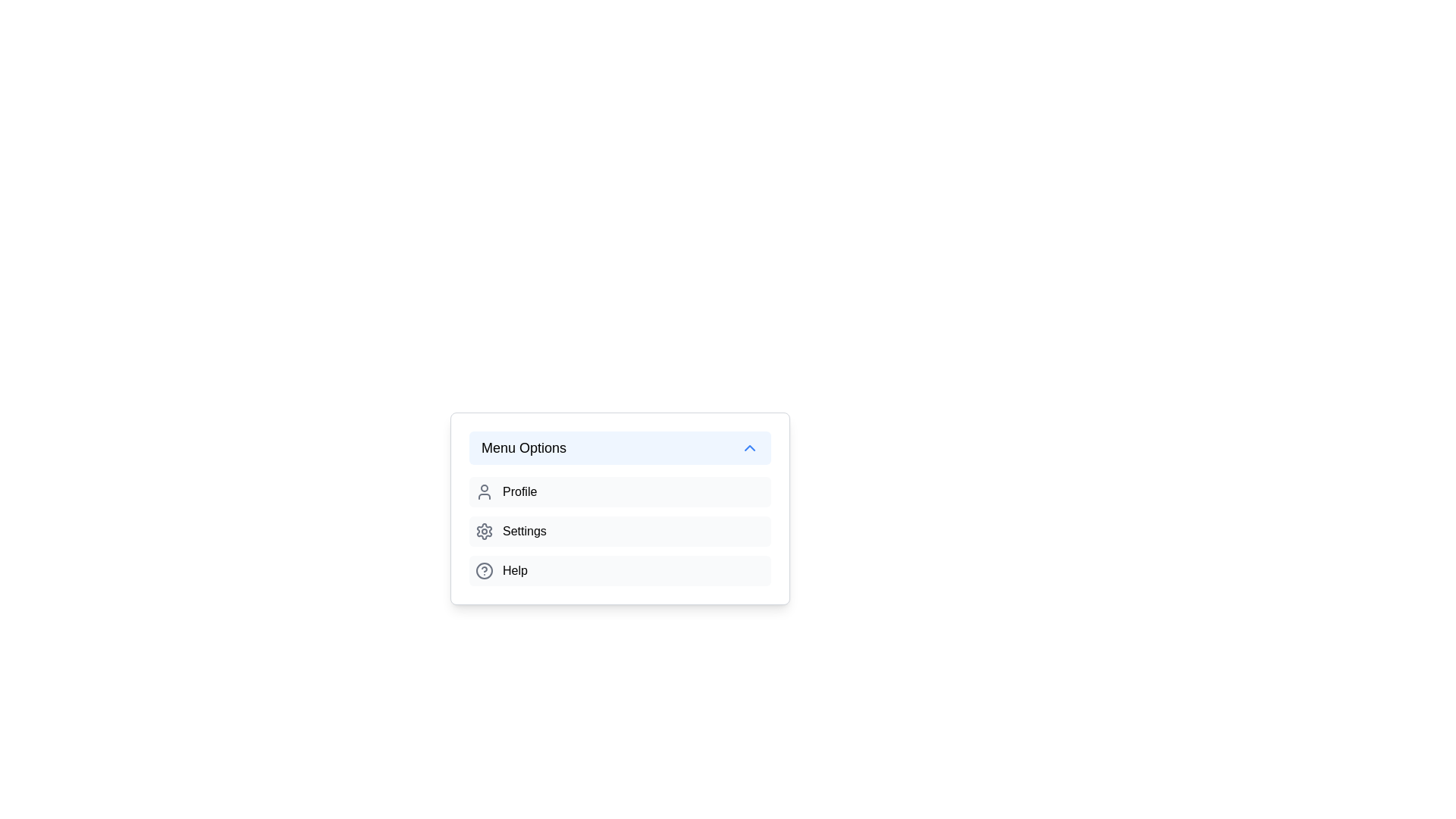  What do you see at coordinates (620, 491) in the screenshot?
I see `the clickable menu item located below 'Menu Options'` at bounding box center [620, 491].